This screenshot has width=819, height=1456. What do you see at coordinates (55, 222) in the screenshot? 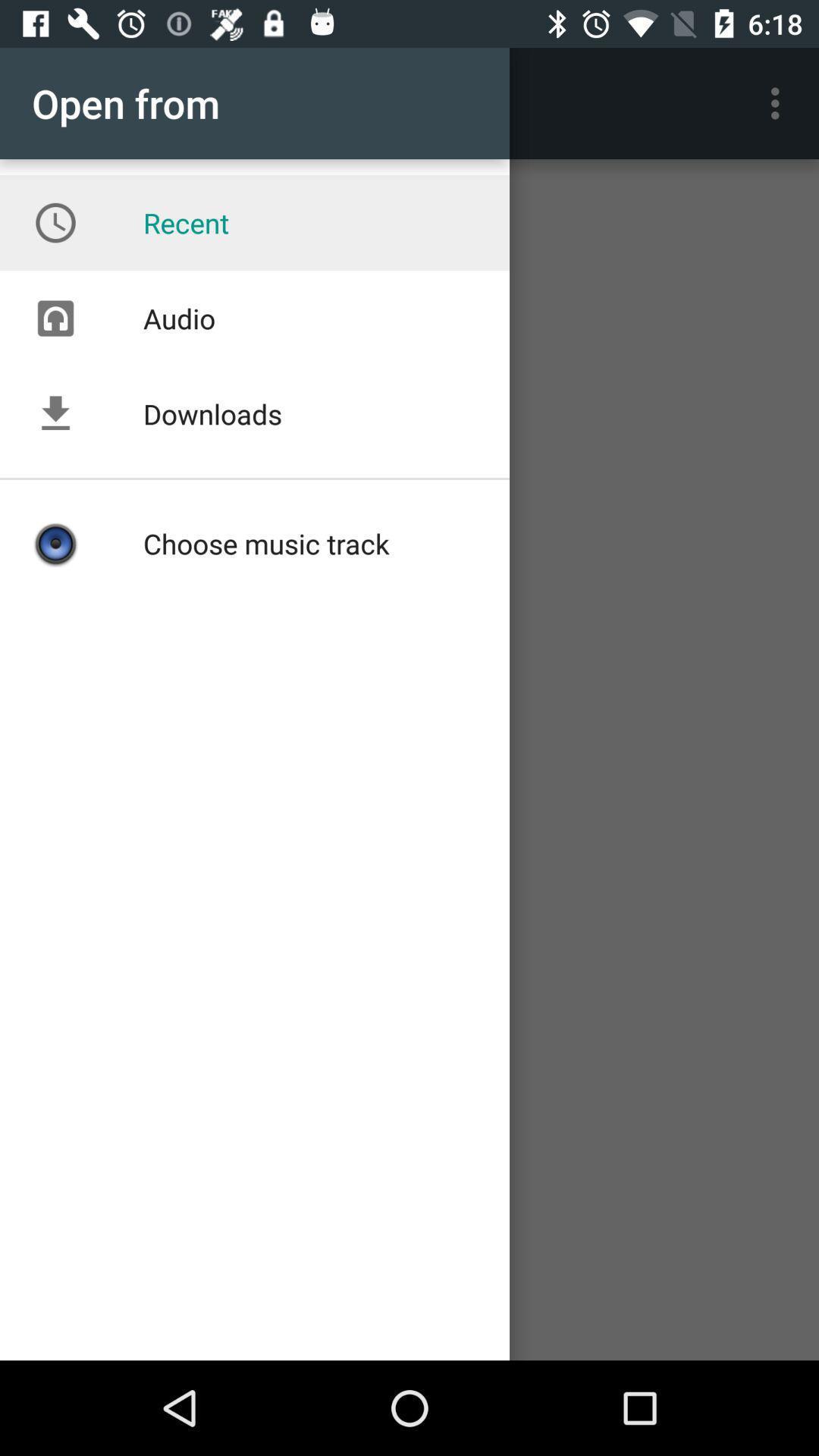
I see `the symbol which is to the immediate left of recent` at bounding box center [55, 222].